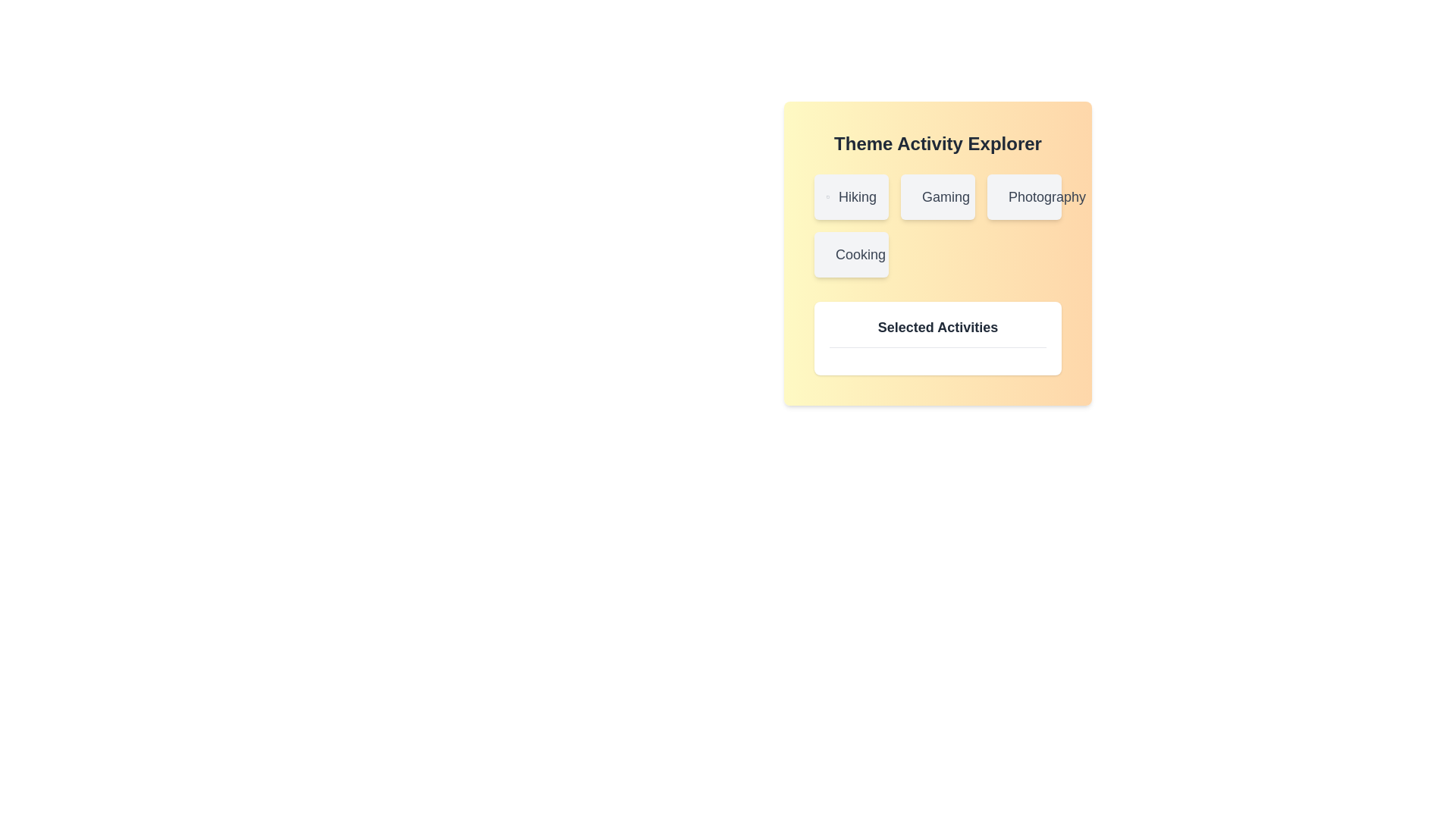  Describe the element at coordinates (1024, 196) in the screenshot. I see `the 'Photography' button, which is the third button in a 2x2 grid of activity buttons, located` at that location.